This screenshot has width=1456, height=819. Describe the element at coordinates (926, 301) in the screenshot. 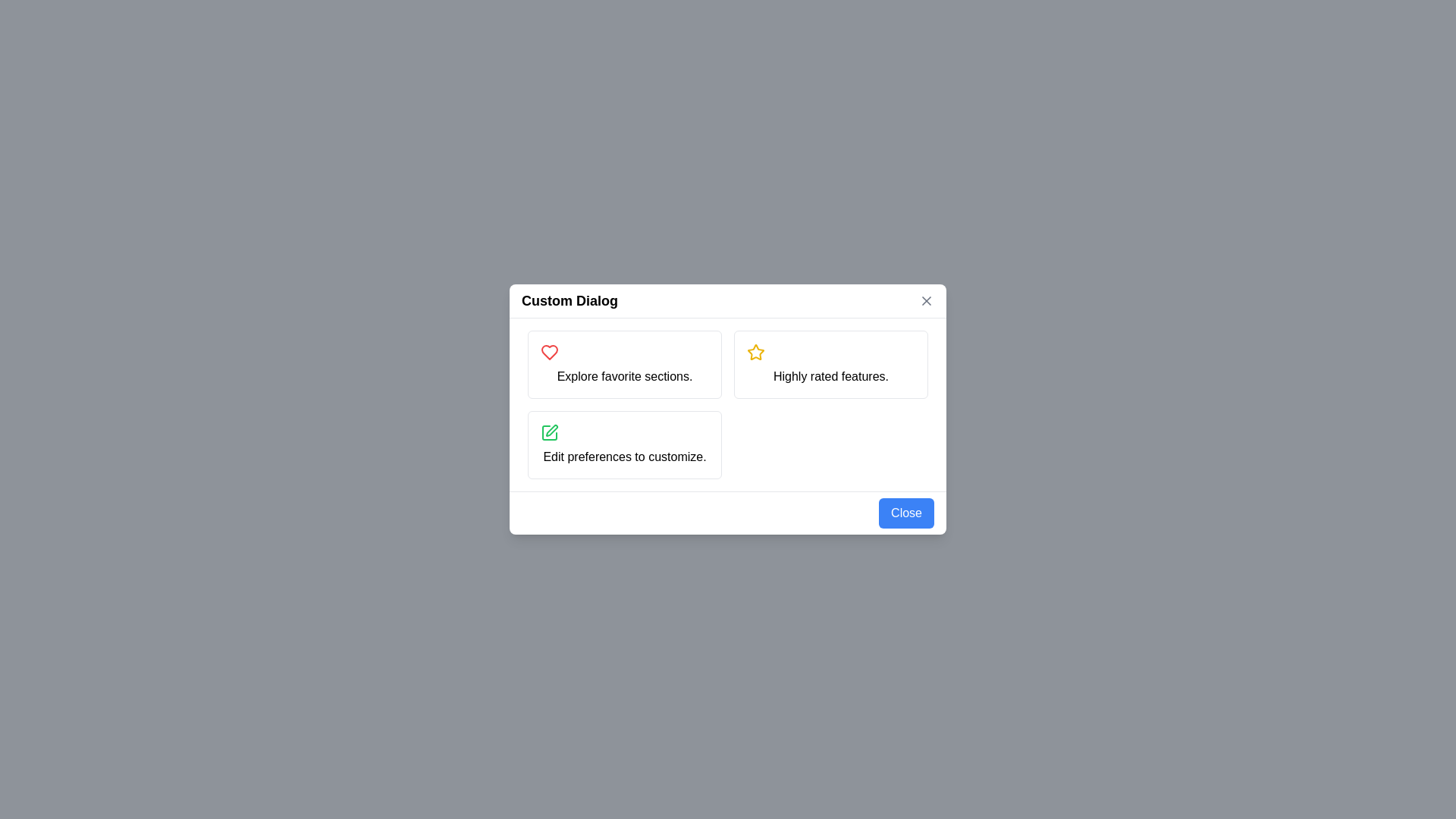

I see `the 'Close' button represented as a diagonal cross located at the top-right corner of the 'Custom Dialog' modal` at that location.